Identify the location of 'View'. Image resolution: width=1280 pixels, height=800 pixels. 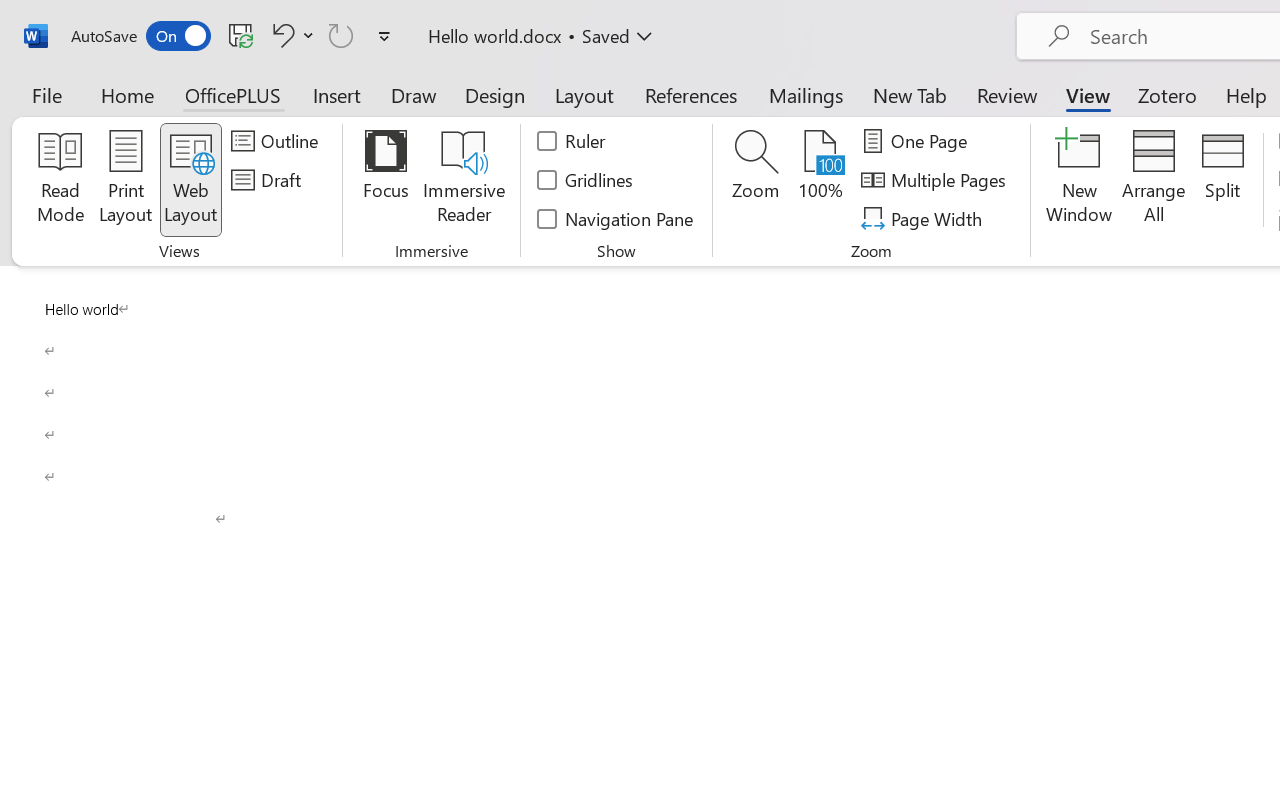
(1087, 94).